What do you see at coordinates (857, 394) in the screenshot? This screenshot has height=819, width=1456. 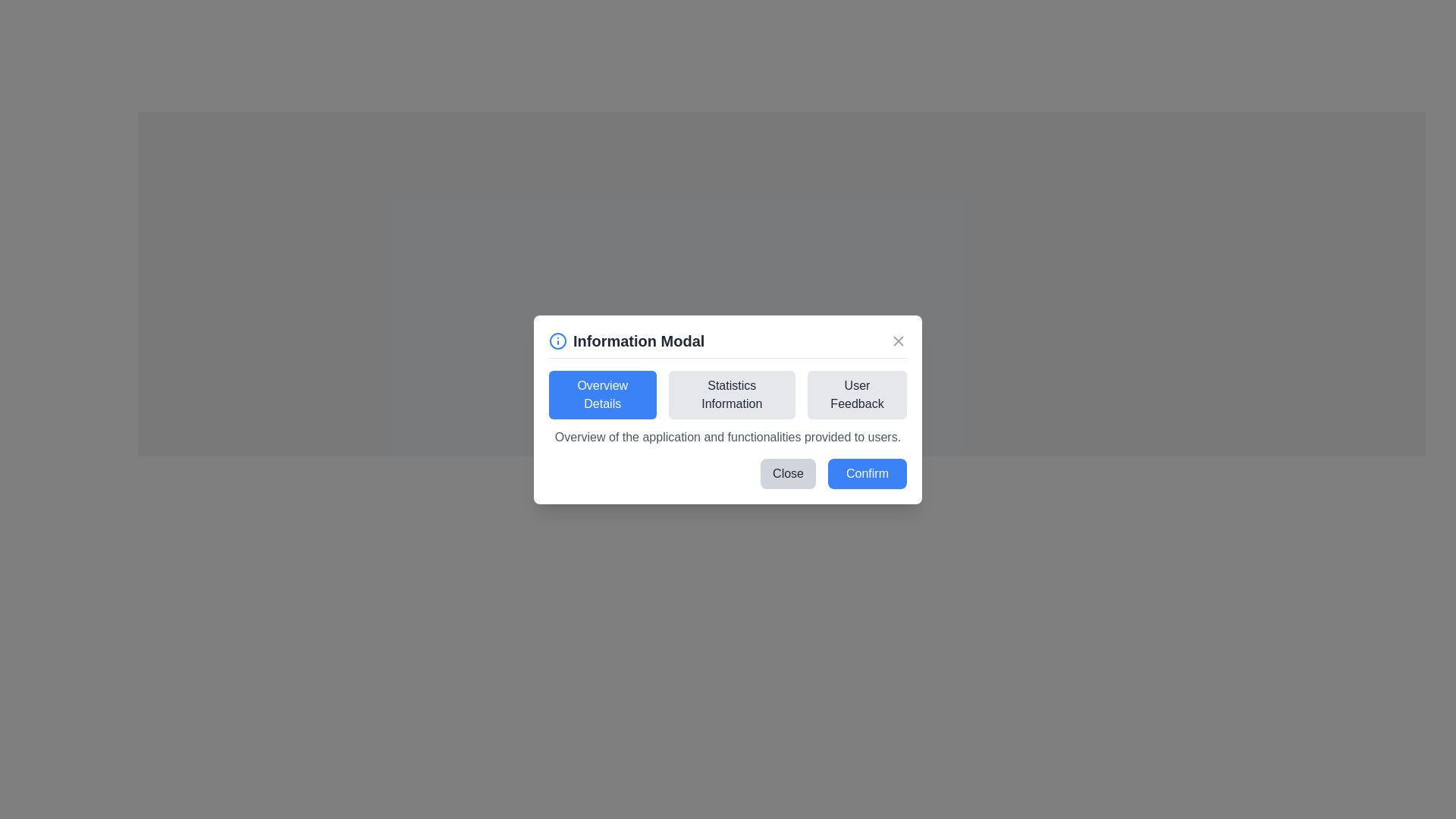 I see `the 'User Feedback' button, which is a rectangular button with rounded corners and a light gray background, located in the top right region of the modal window` at bounding box center [857, 394].